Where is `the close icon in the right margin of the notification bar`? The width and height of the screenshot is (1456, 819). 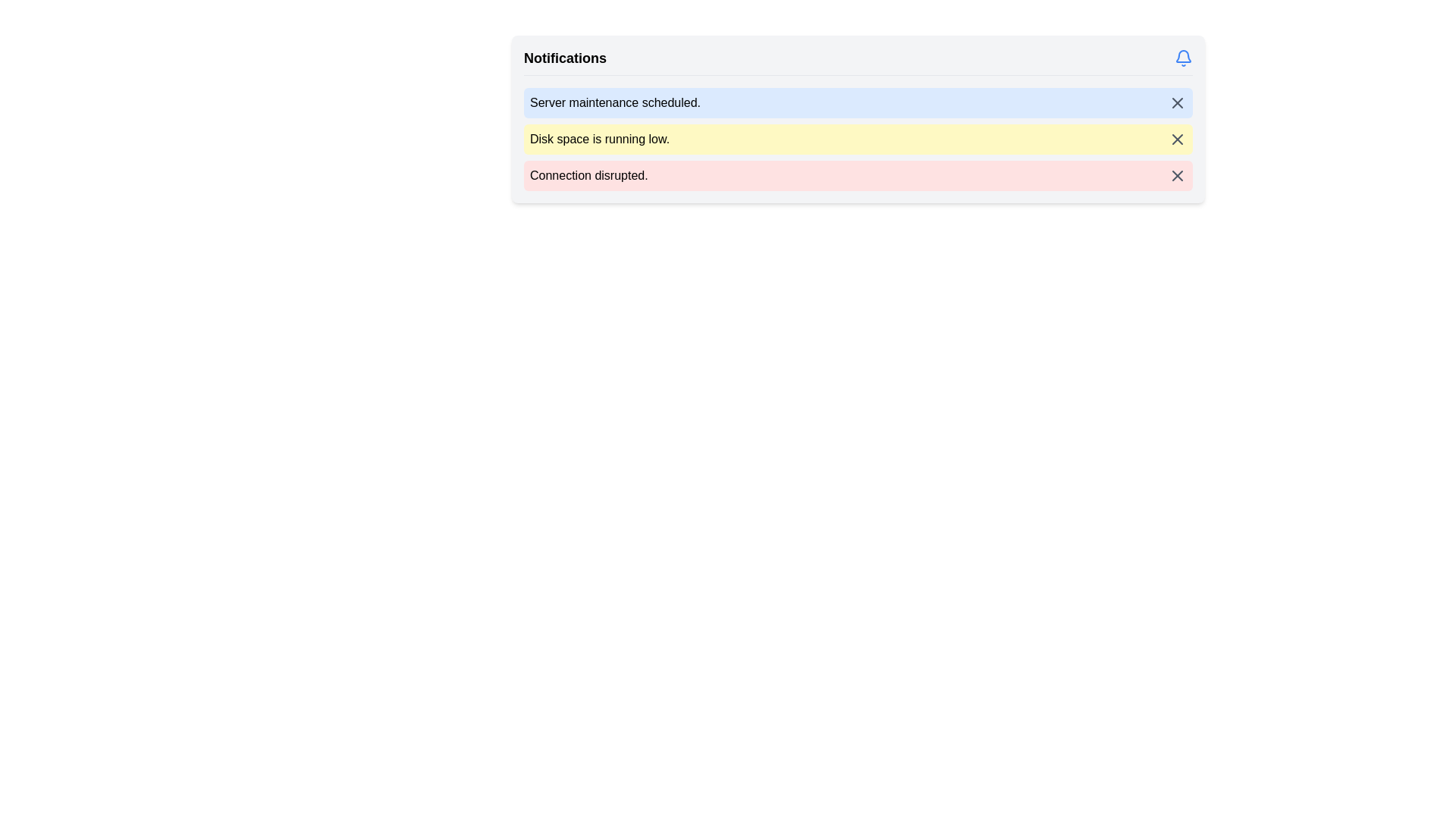
the close icon in the right margin of the notification bar is located at coordinates (1177, 140).